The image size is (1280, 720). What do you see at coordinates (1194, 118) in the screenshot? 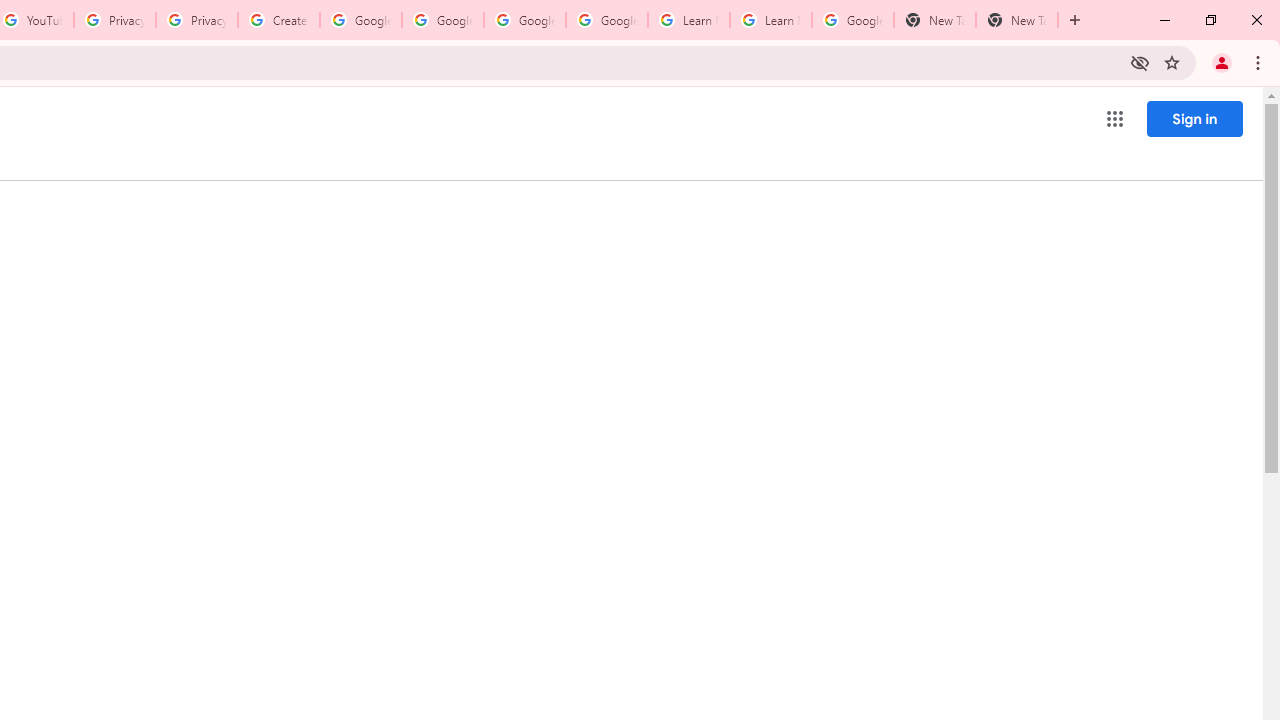
I see `'Sign in'` at bounding box center [1194, 118].